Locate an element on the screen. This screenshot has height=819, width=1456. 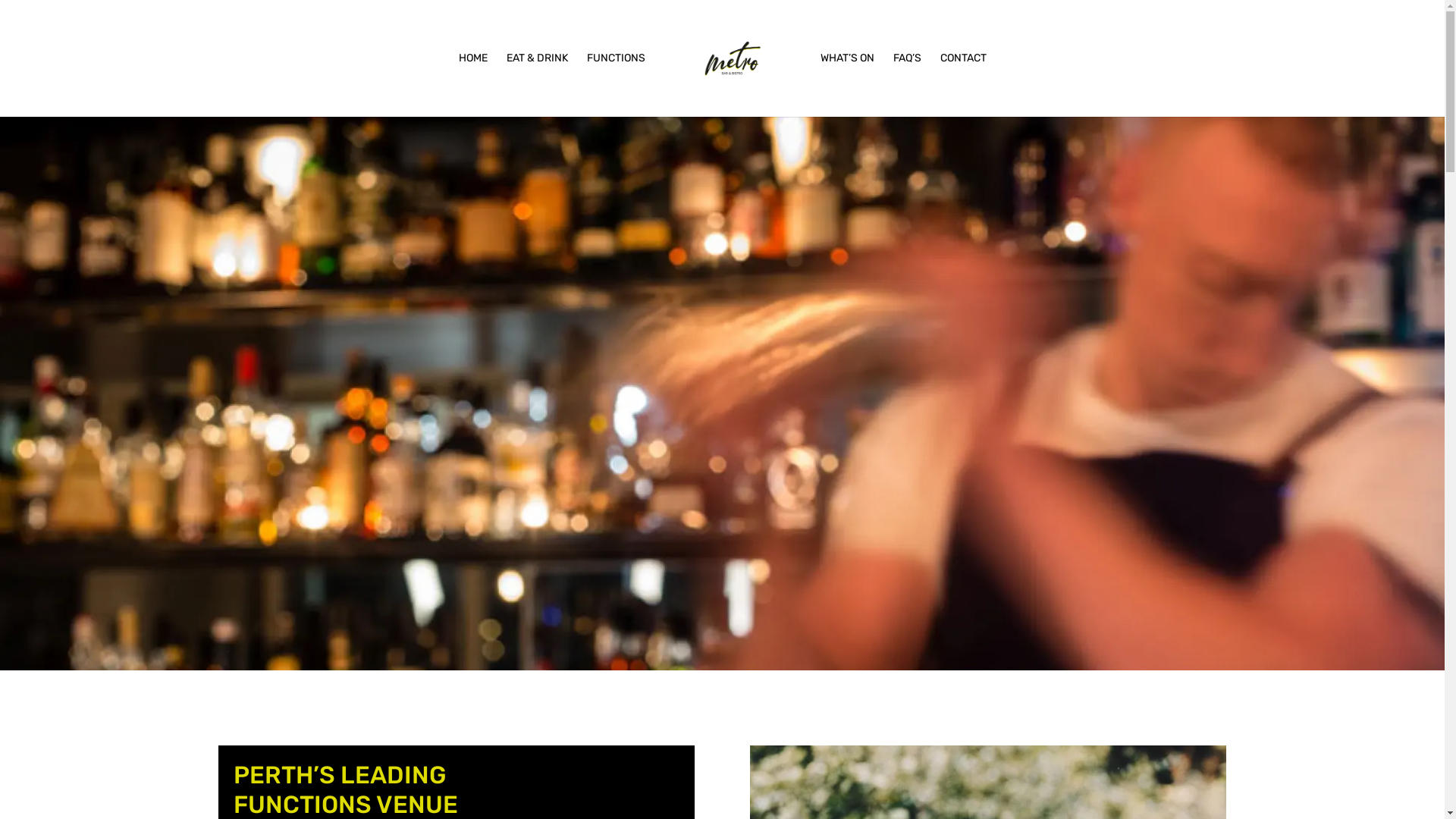
'HOME' is located at coordinates (472, 84).